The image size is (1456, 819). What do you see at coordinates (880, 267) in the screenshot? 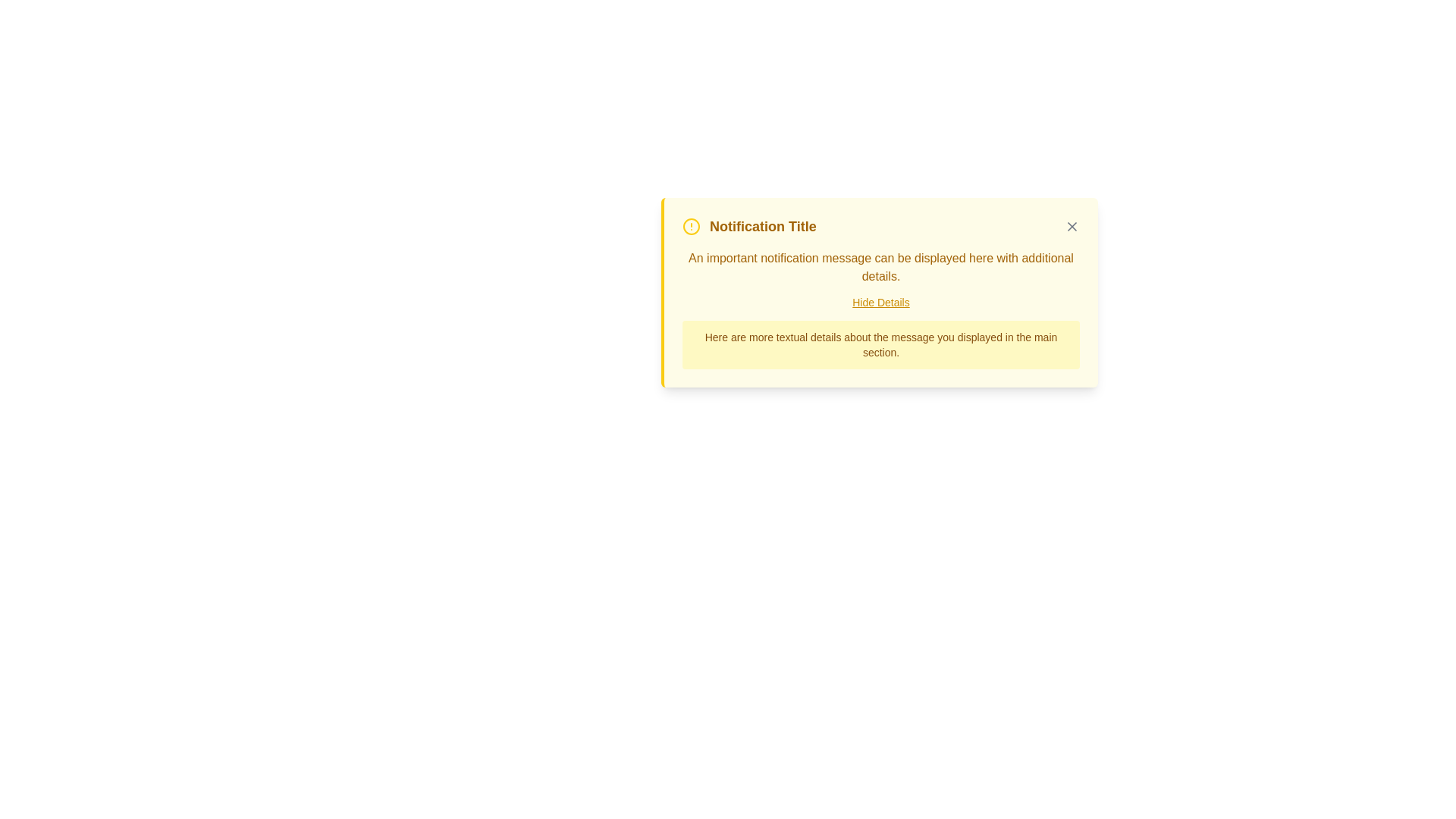
I see `the Informative Text Block that contains the message 'An important notification message can be displayed here with additional details.', which is styled with a yellowish color and located under the title 'Notification Title' in a yellow bordered notification card` at bounding box center [880, 267].